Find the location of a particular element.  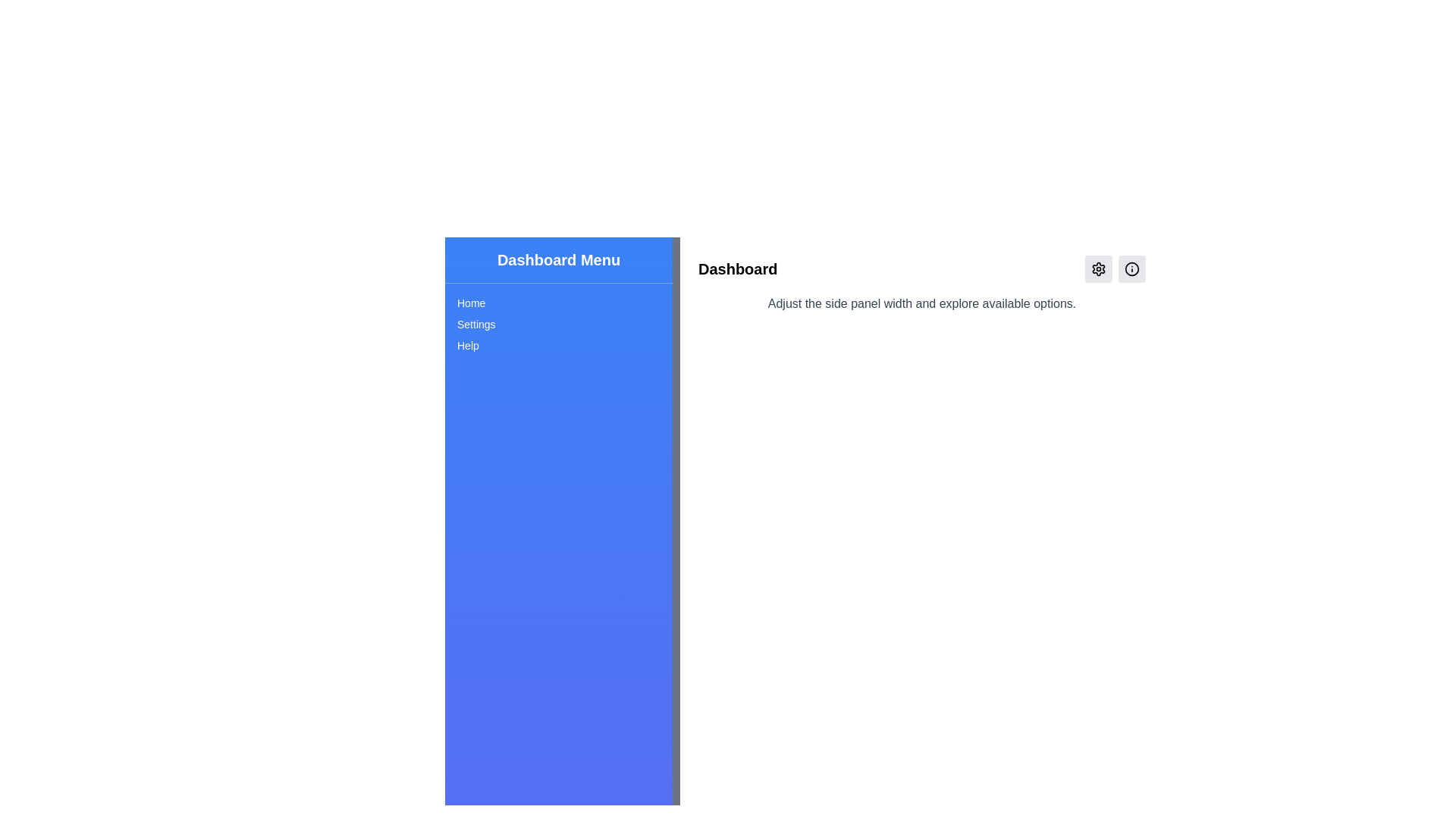

the information icon located to the right of the settings icon in the top-right section of the interface is located at coordinates (1131, 268).